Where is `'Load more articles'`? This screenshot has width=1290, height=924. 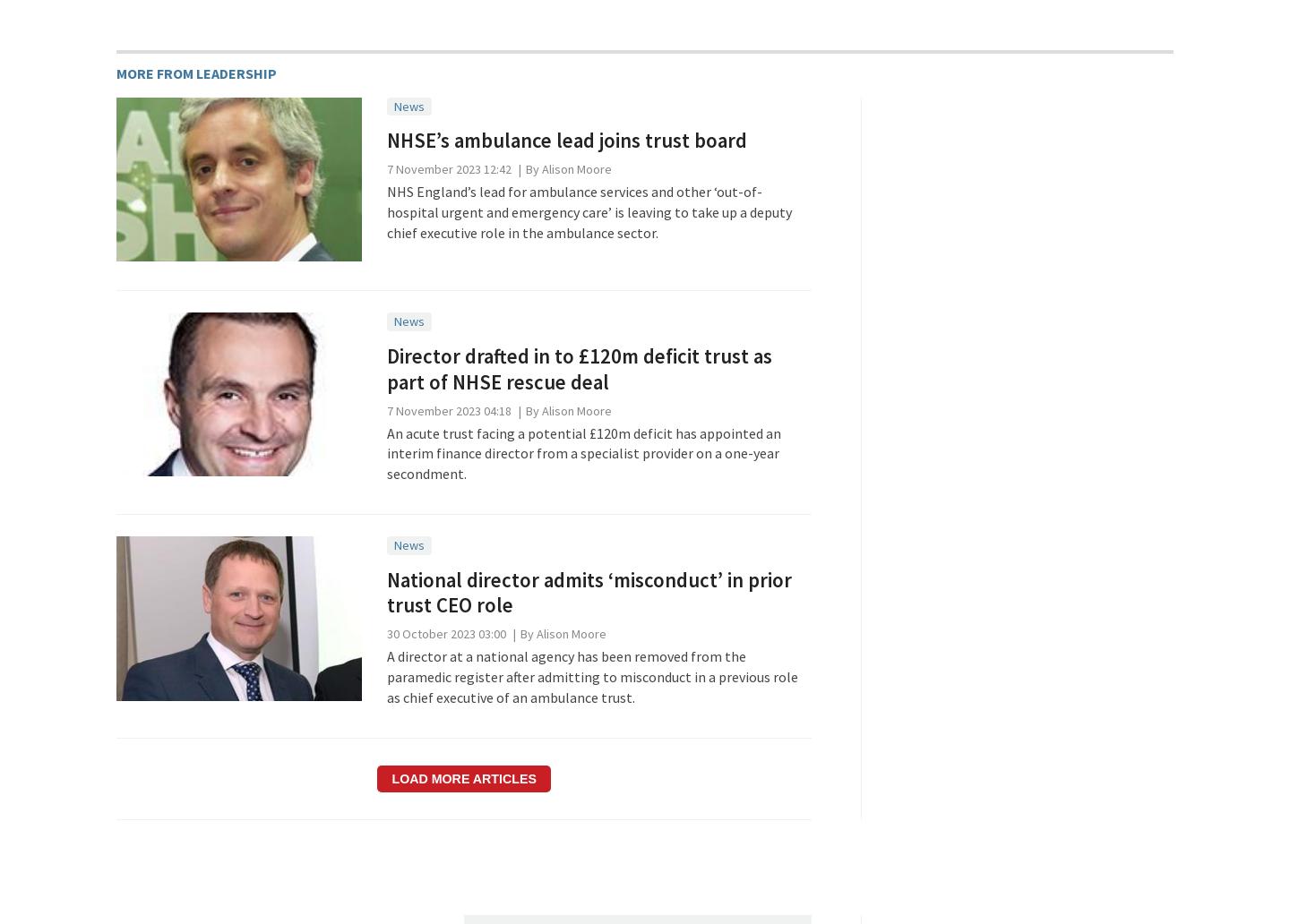 'Load more articles' is located at coordinates (462, 778).